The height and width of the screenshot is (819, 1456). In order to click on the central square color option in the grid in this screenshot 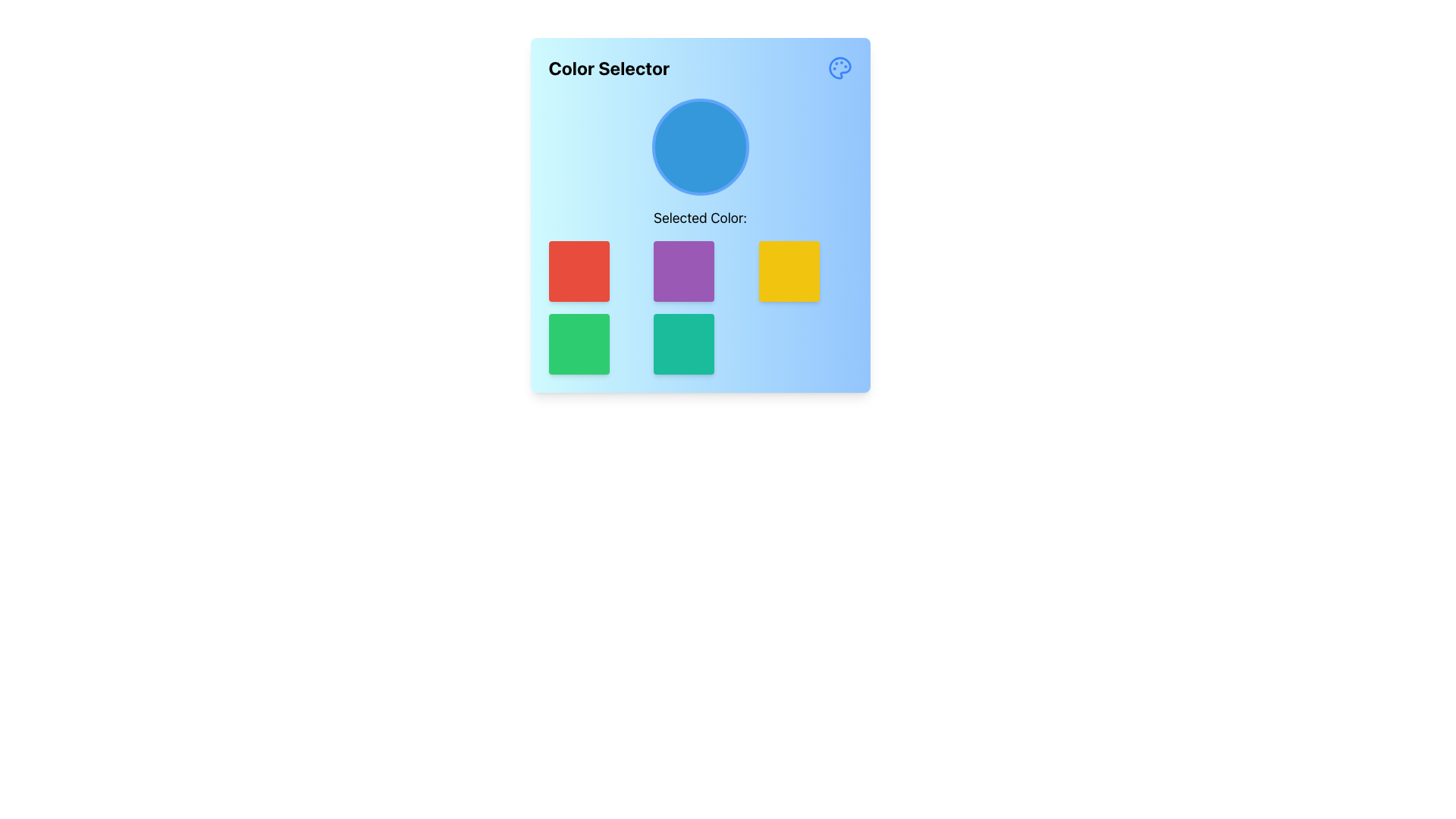, I will do `click(683, 271)`.